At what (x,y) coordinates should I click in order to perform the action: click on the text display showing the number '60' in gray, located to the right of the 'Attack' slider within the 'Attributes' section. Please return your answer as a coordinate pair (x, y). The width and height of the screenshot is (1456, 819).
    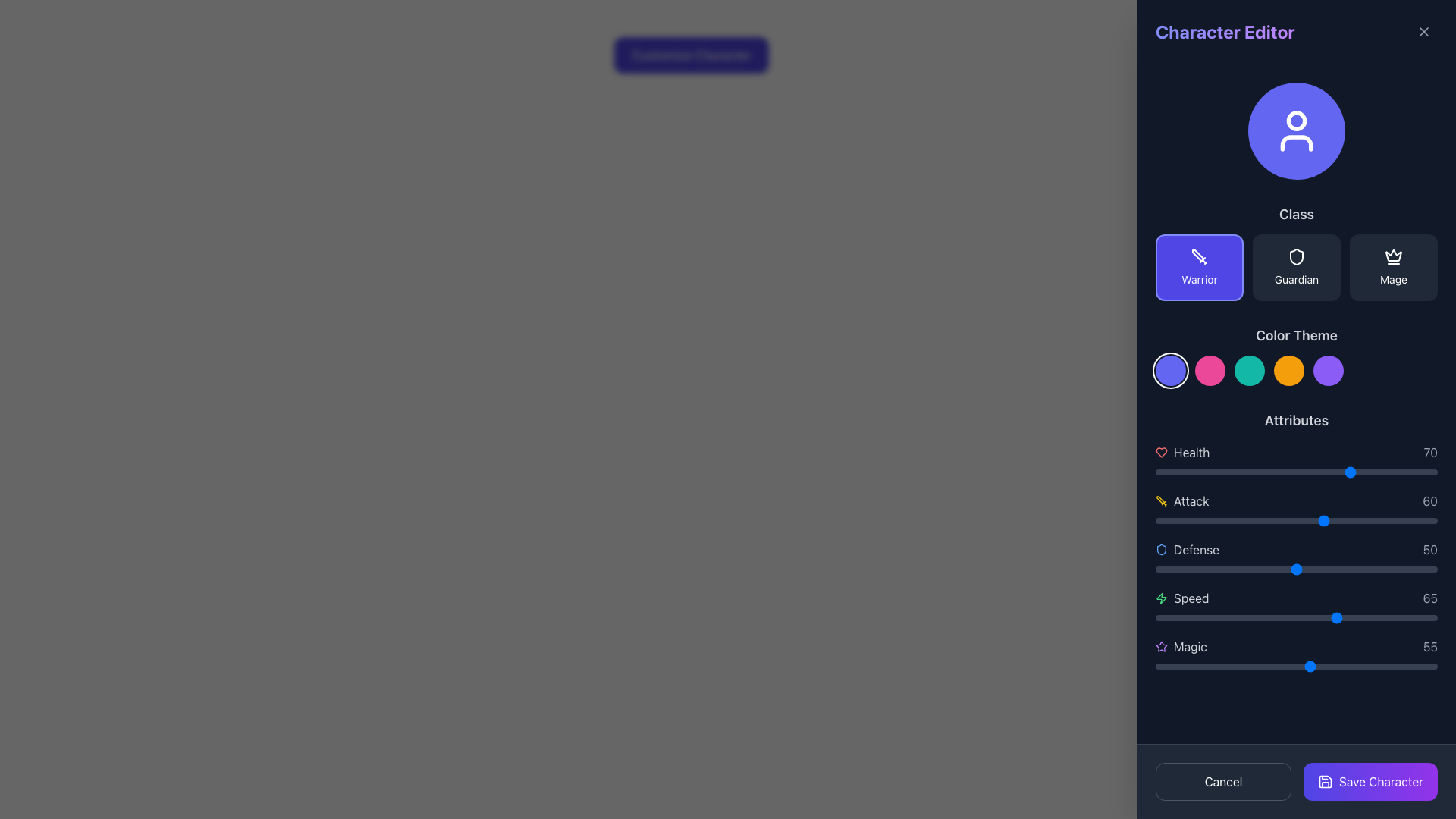
    Looking at the image, I should click on (1429, 500).